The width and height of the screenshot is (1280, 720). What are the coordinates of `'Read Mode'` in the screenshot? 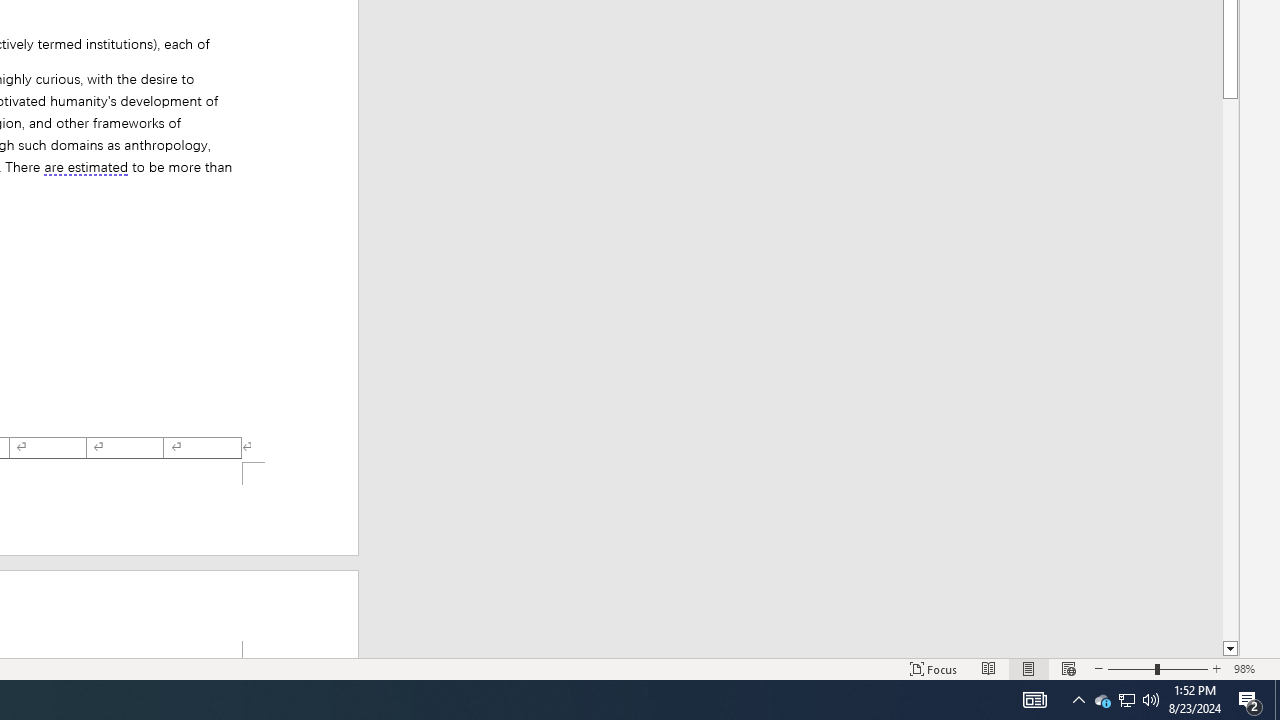 It's located at (988, 669).